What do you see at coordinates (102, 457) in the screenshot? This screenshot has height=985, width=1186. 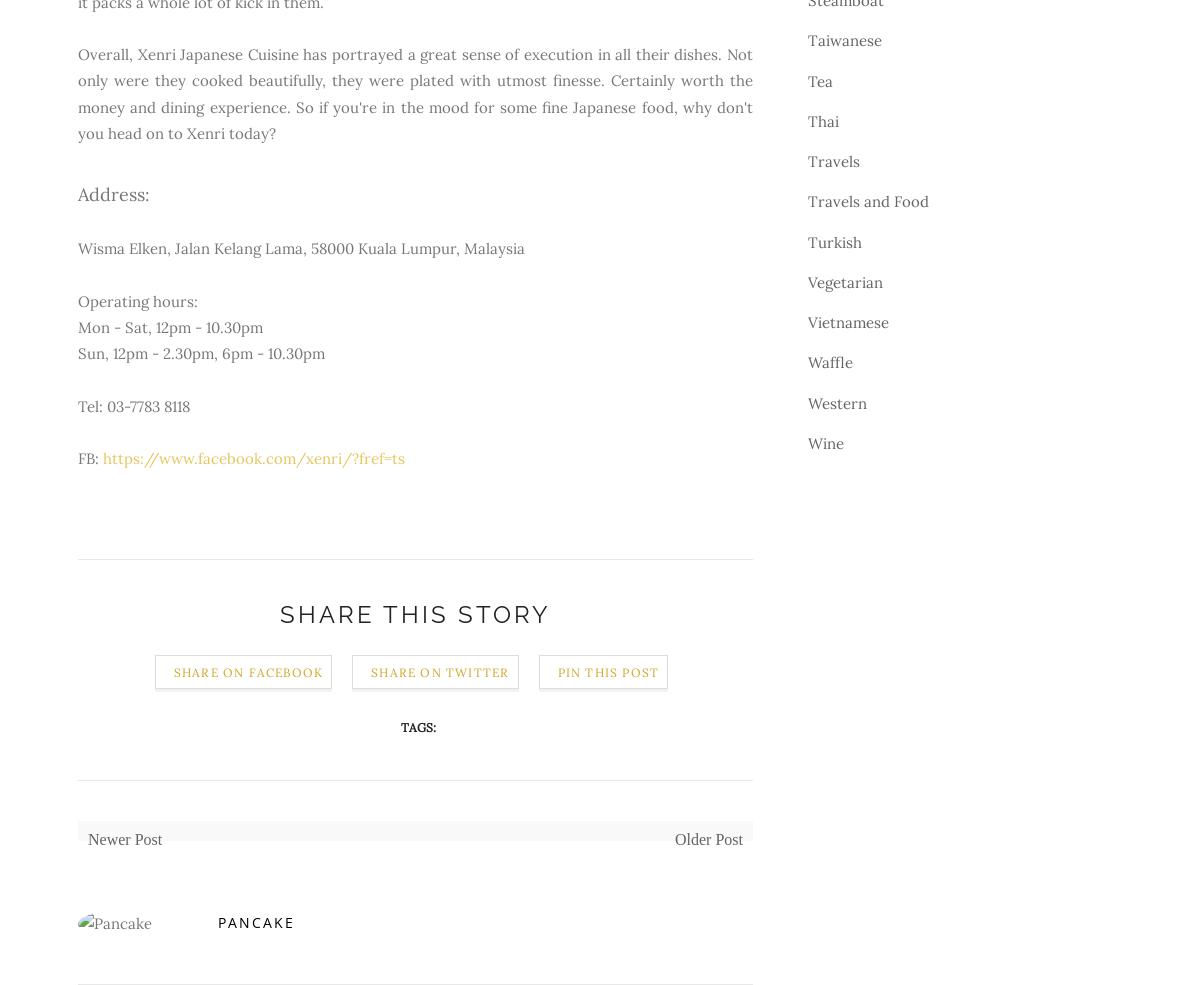 I see `'https://www.facebook.com/xenri/?fref=ts'` at bounding box center [102, 457].